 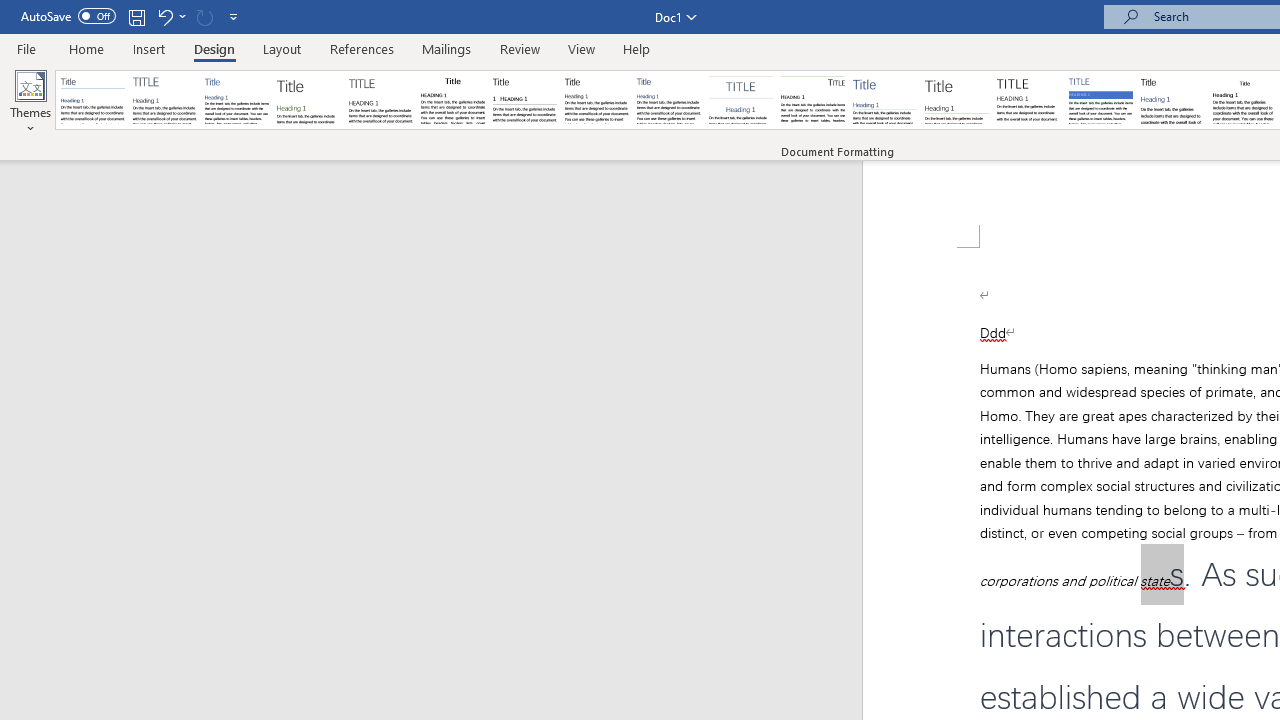 What do you see at coordinates (164, 16) in the screenshot?
I see `'Undo Apply Quick Style Set'` at bounding box center [164, 16].